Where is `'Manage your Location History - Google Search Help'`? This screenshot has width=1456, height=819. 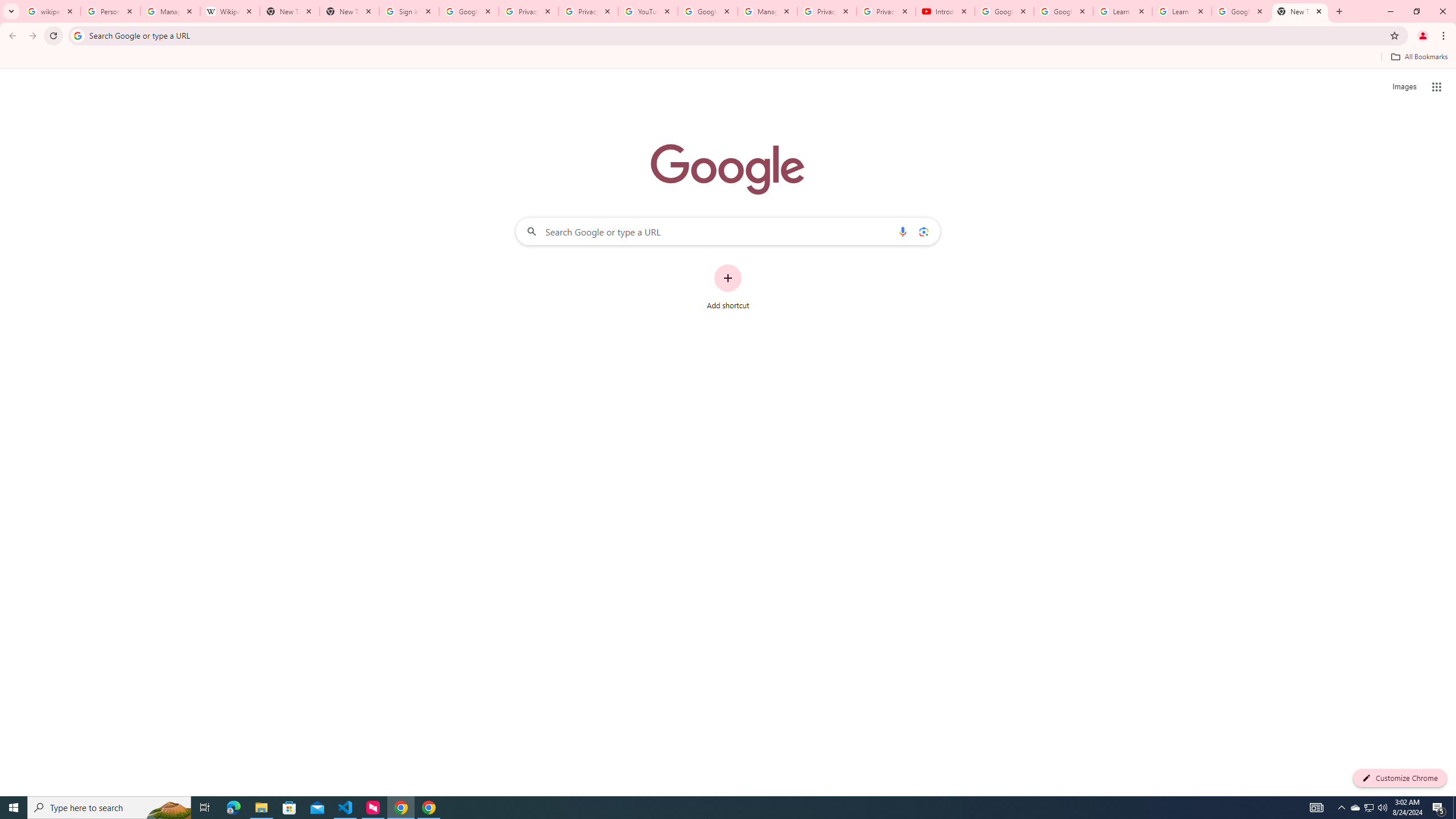 'Manage your Location History - Google Search Help' is located at coordinates (169, 11).